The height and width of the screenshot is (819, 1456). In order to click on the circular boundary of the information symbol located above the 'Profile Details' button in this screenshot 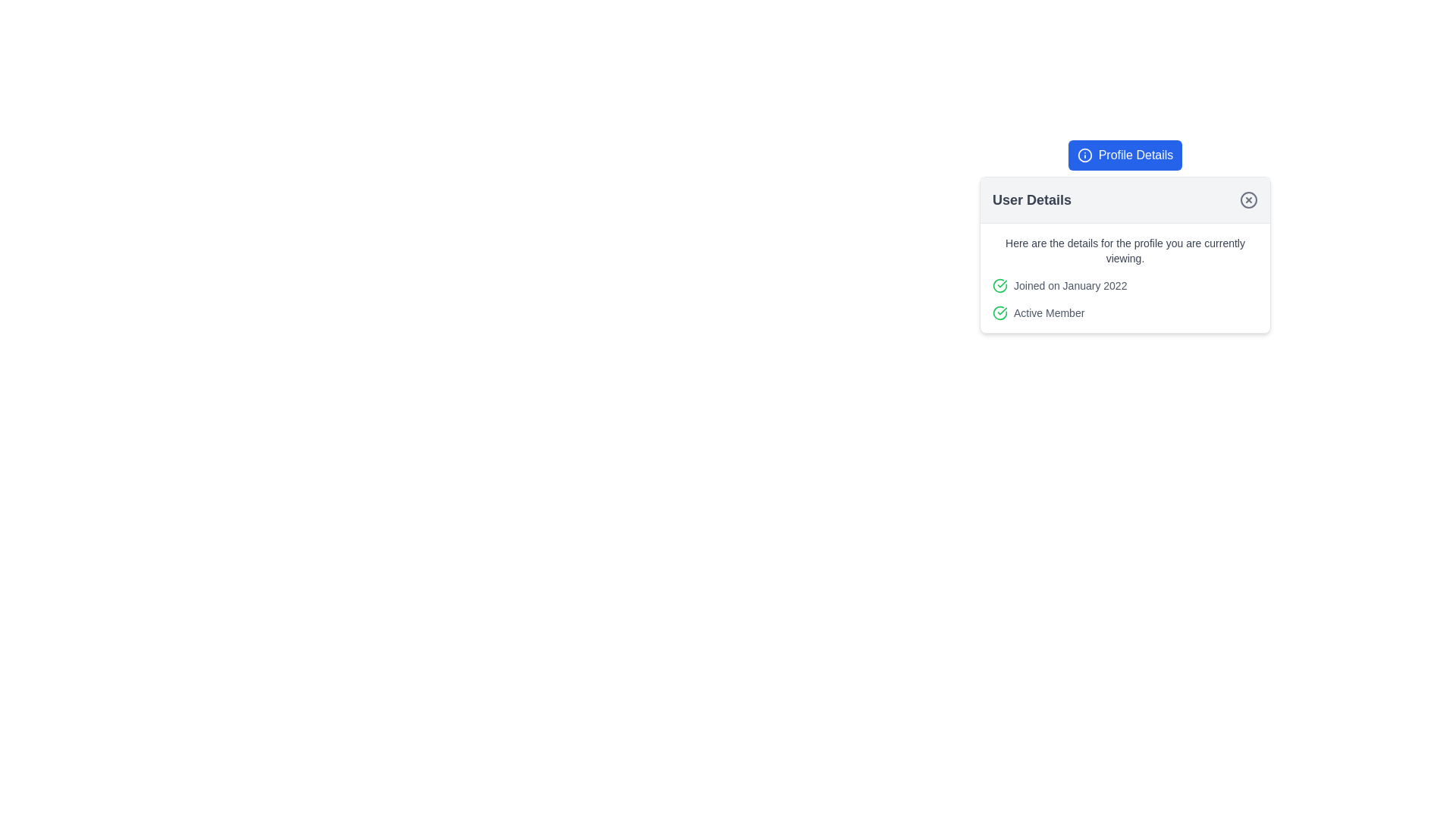, I will do `click(1084, 155)`.